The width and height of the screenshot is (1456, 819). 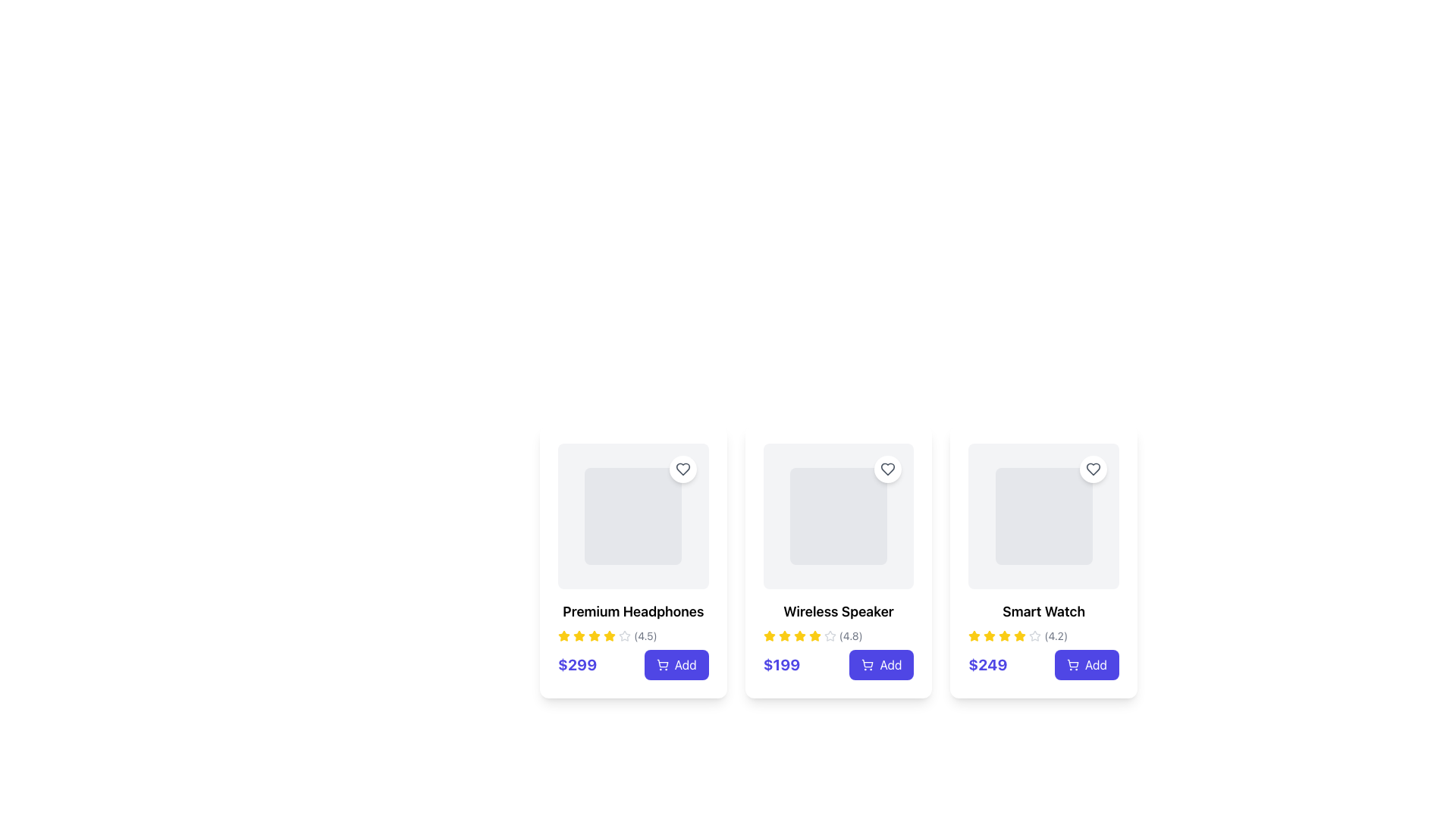 I want to click on the 'Add' button which is a rectangular button with a blue background and contains the text label 'Add' in white font, located at the bottom of the Smart Watch card, so click(x=1096, y=664).